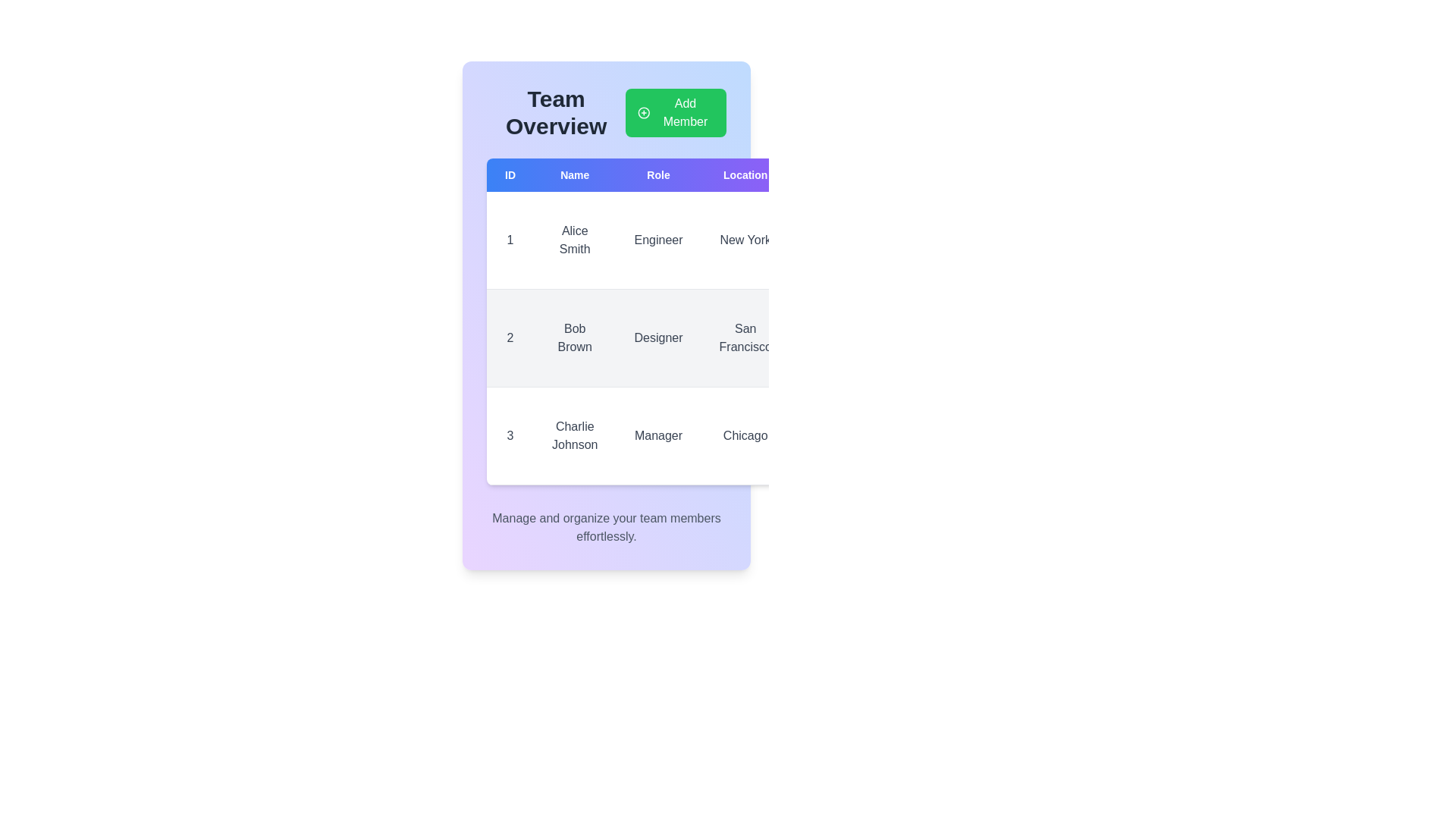  Describe the element at coordinates (675, 435) in the screenshot. I see `the table row displaying information about team member 'Charlie Johnson', who is a Manager located in Chicago` at that location.